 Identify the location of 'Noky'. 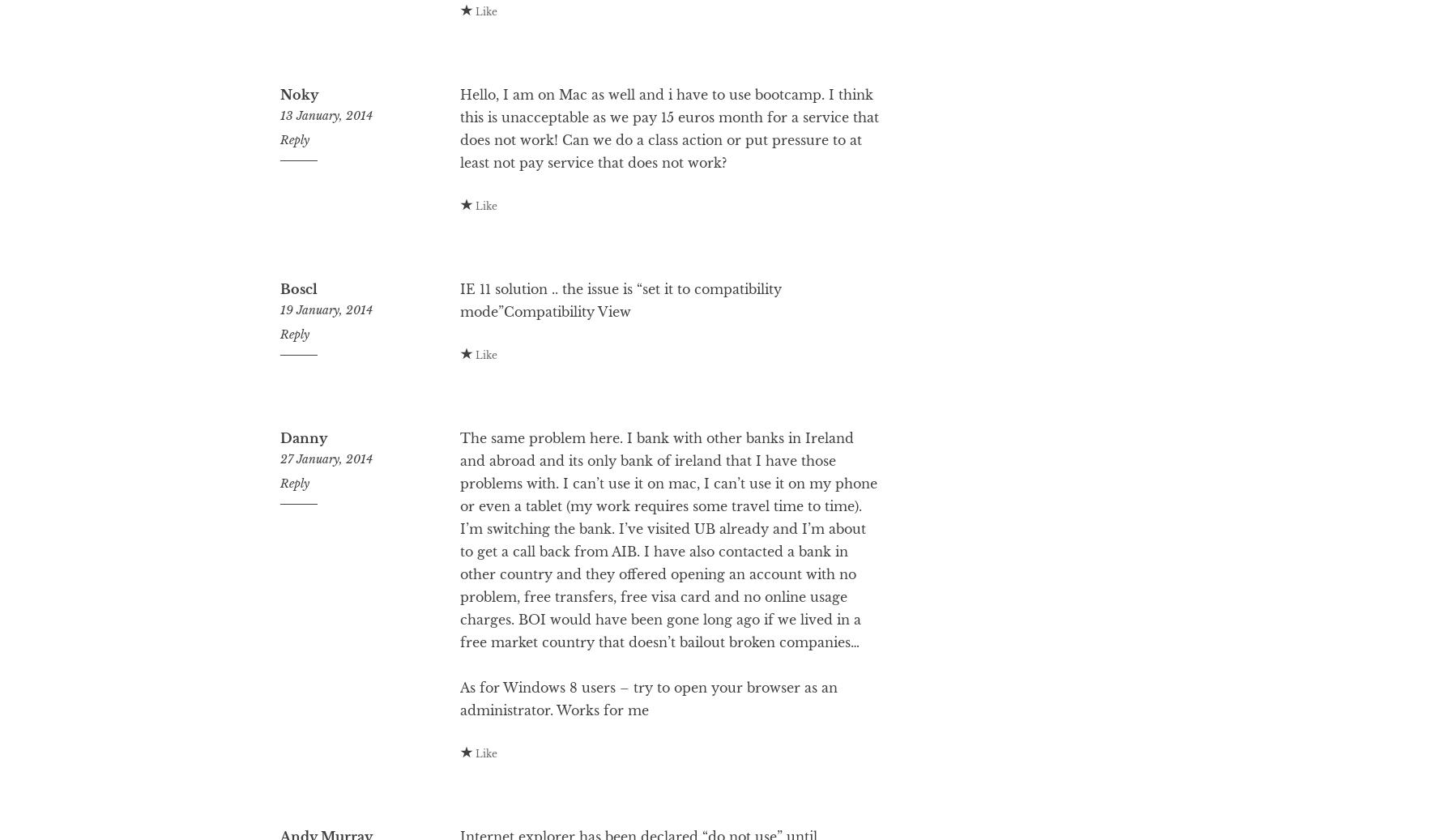
(299, 159).